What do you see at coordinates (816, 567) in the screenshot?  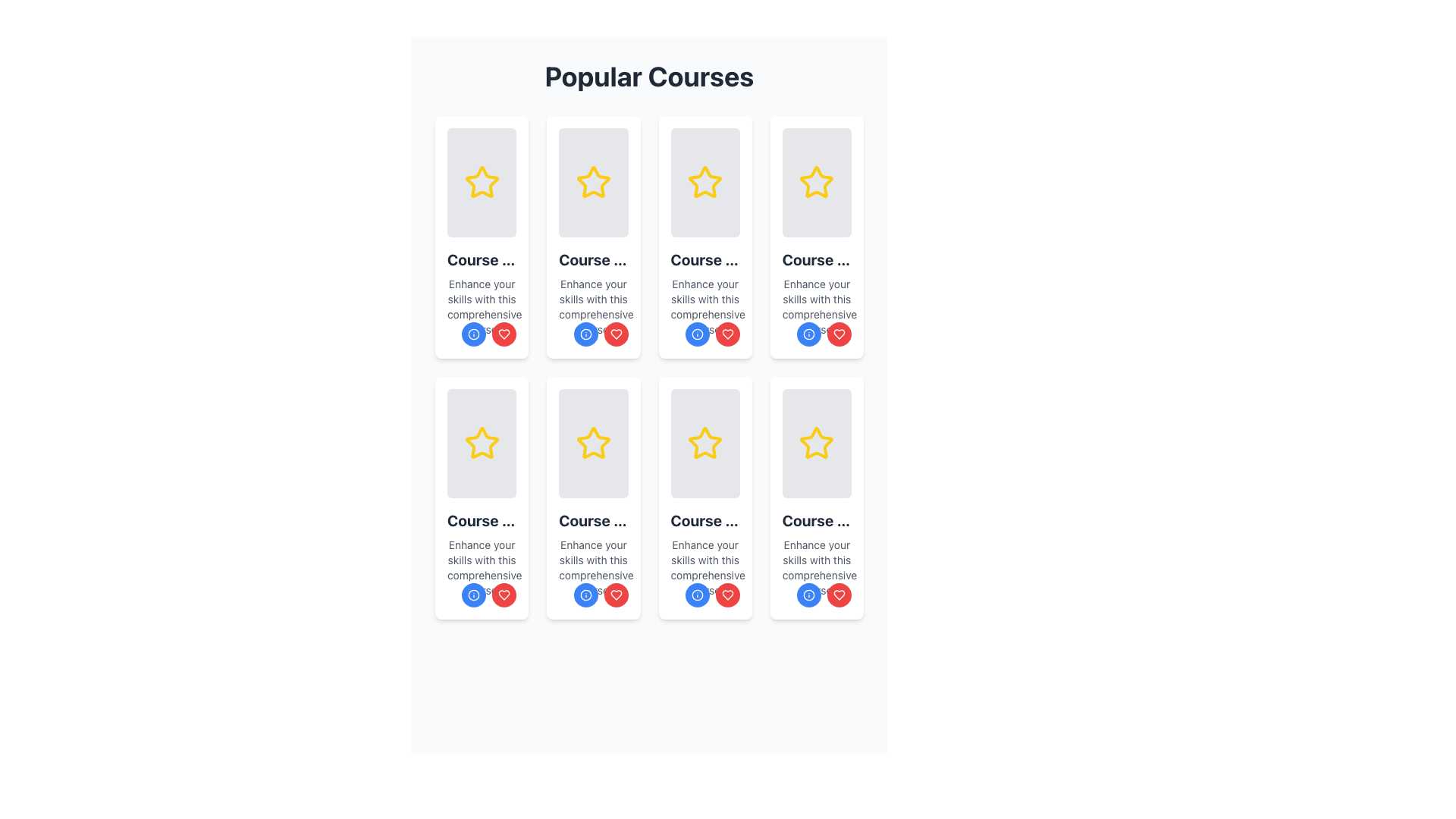 I see `text that serves as a short description or subtitle accompanying the course title located in the eighth card of the grid layout, positioned below 'Course Title 8'` at bounding box center [816, 567].